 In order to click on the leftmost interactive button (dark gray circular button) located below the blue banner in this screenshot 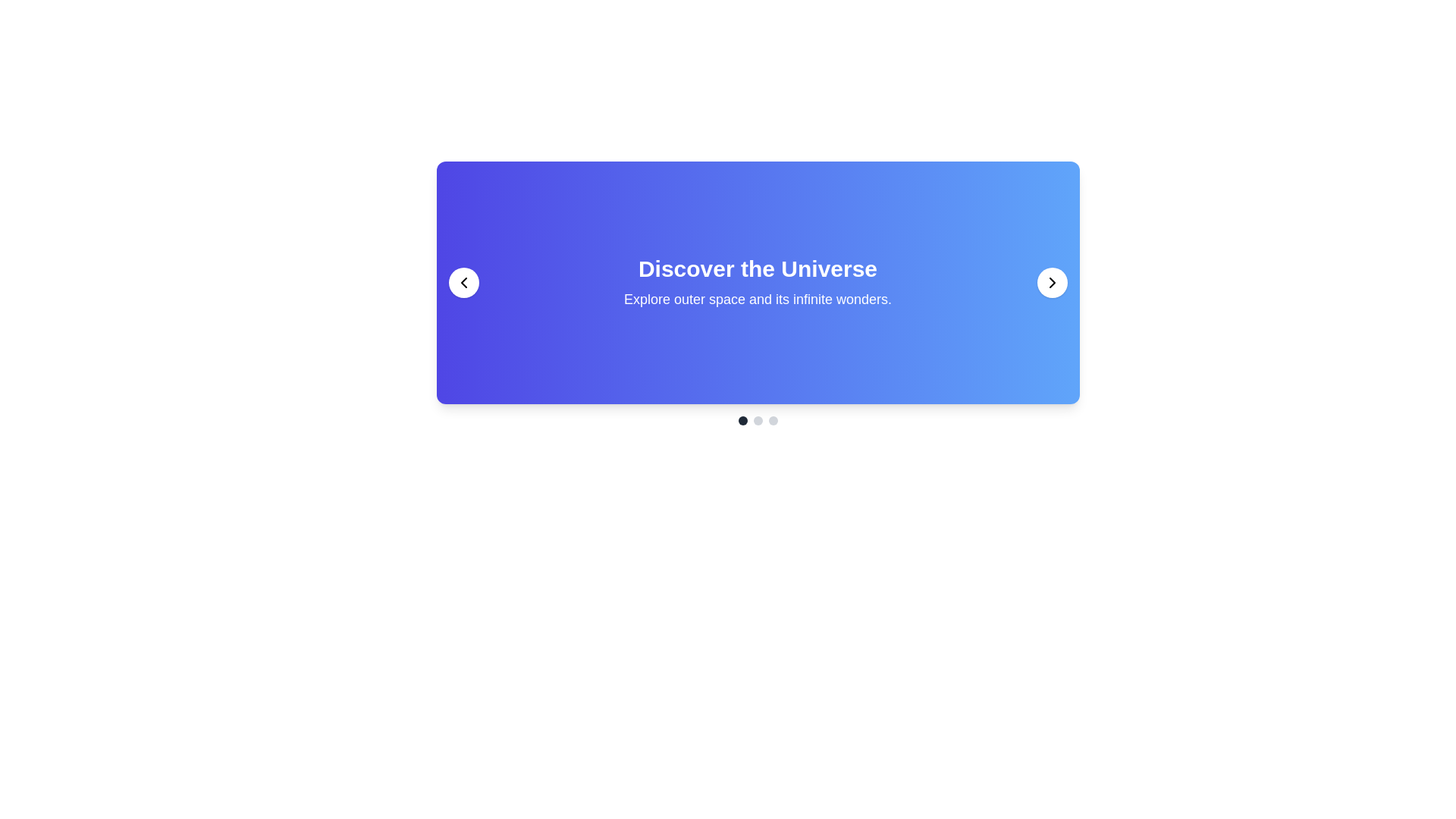, I will do `click(742, 421)`.